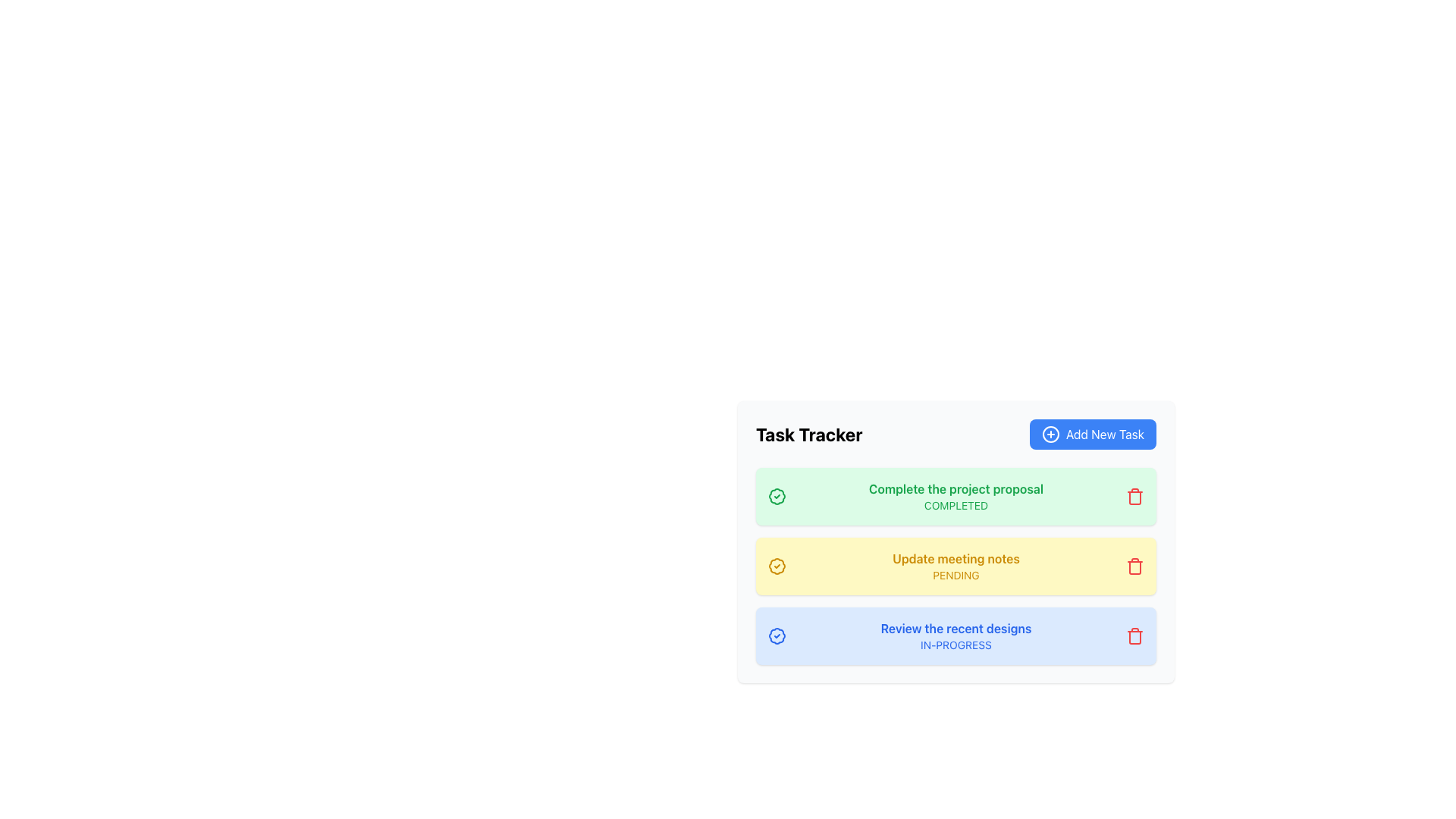 Image resolution: width=1456 pixels, height=819 pixels. What do you see at coordinates (955, 576) in the screenshot?
I see `the text label displaying 'PENDING' in uppercase, located within the second task card labeled 'Update meeting notes'` at bounding box center [955, 576].